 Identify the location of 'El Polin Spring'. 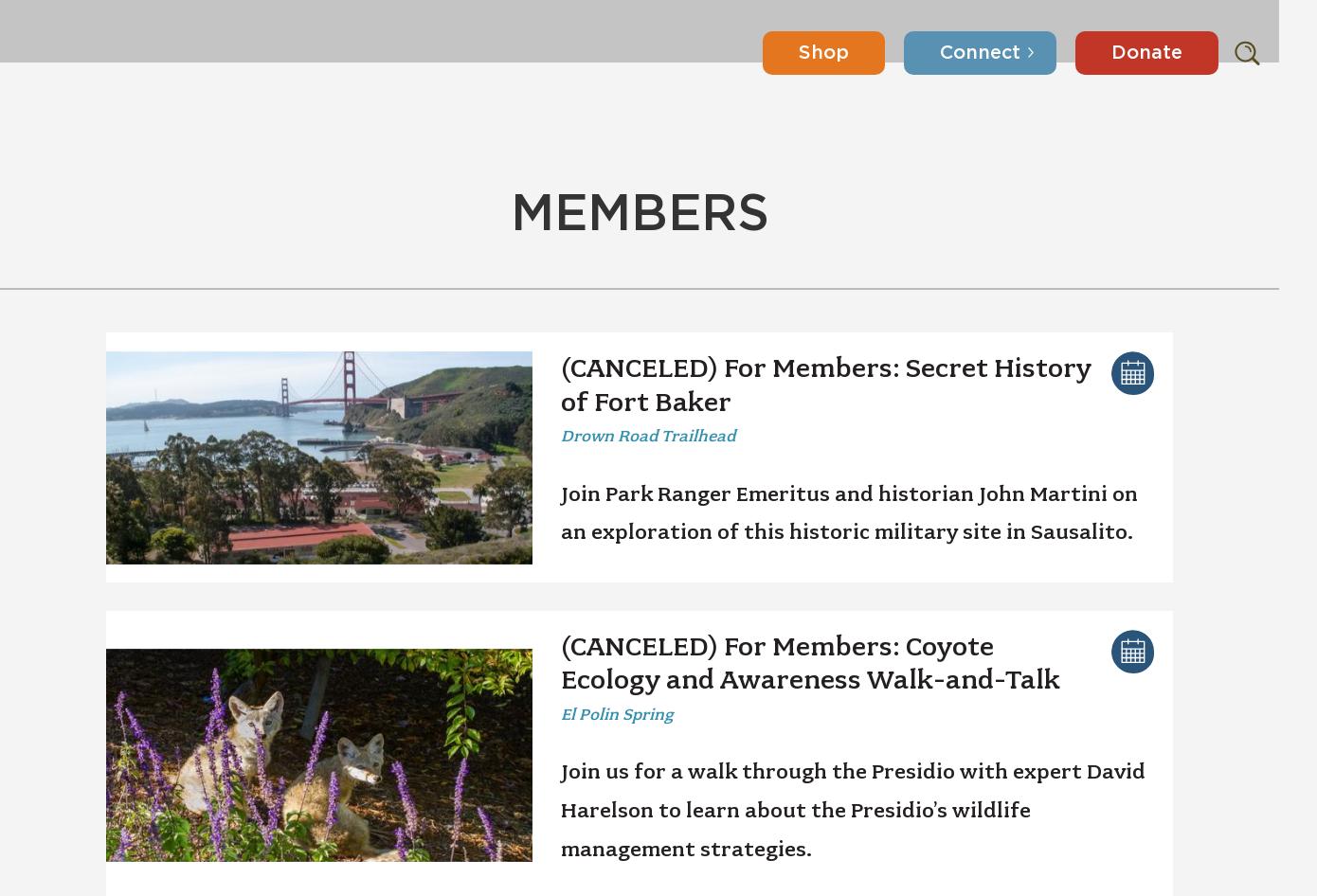
(615, 712).